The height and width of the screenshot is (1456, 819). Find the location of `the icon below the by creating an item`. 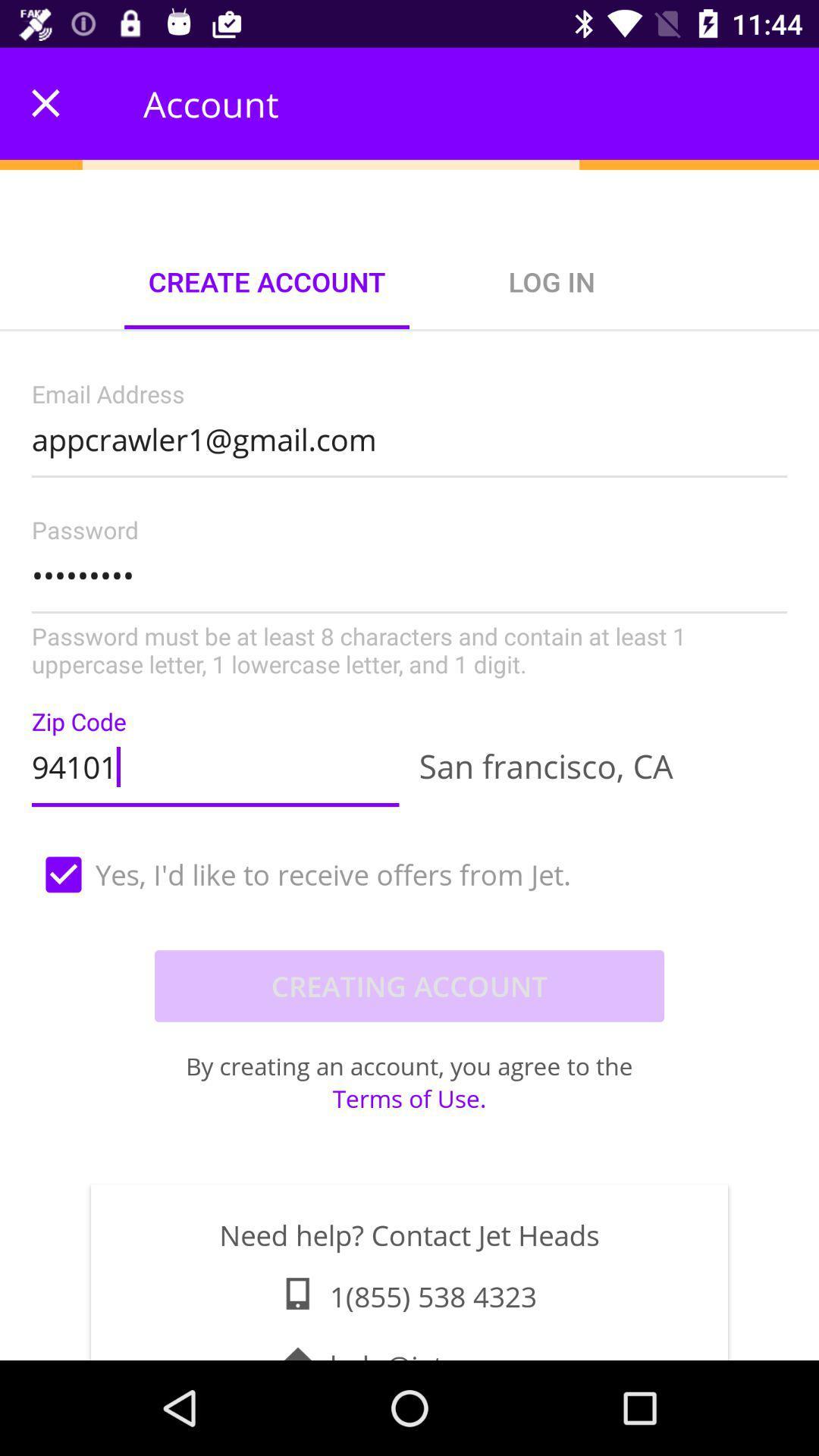

the icon below the by creating an item is located at coordinates (409, 1098).